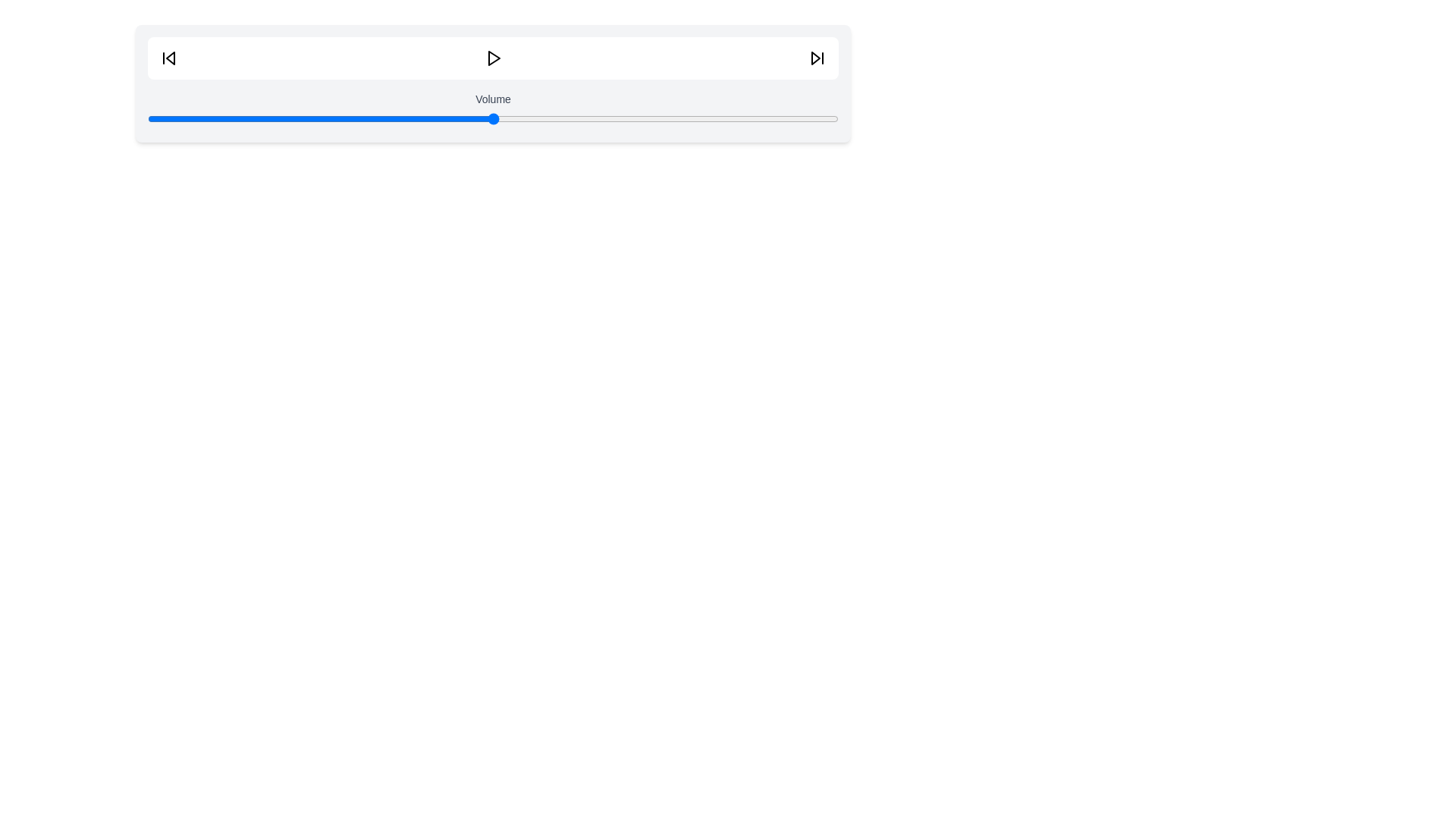 The image size is (1456, 819). Describe the element at coordinates (417, 118) in the screenshot. I see `the volume level` at that location.